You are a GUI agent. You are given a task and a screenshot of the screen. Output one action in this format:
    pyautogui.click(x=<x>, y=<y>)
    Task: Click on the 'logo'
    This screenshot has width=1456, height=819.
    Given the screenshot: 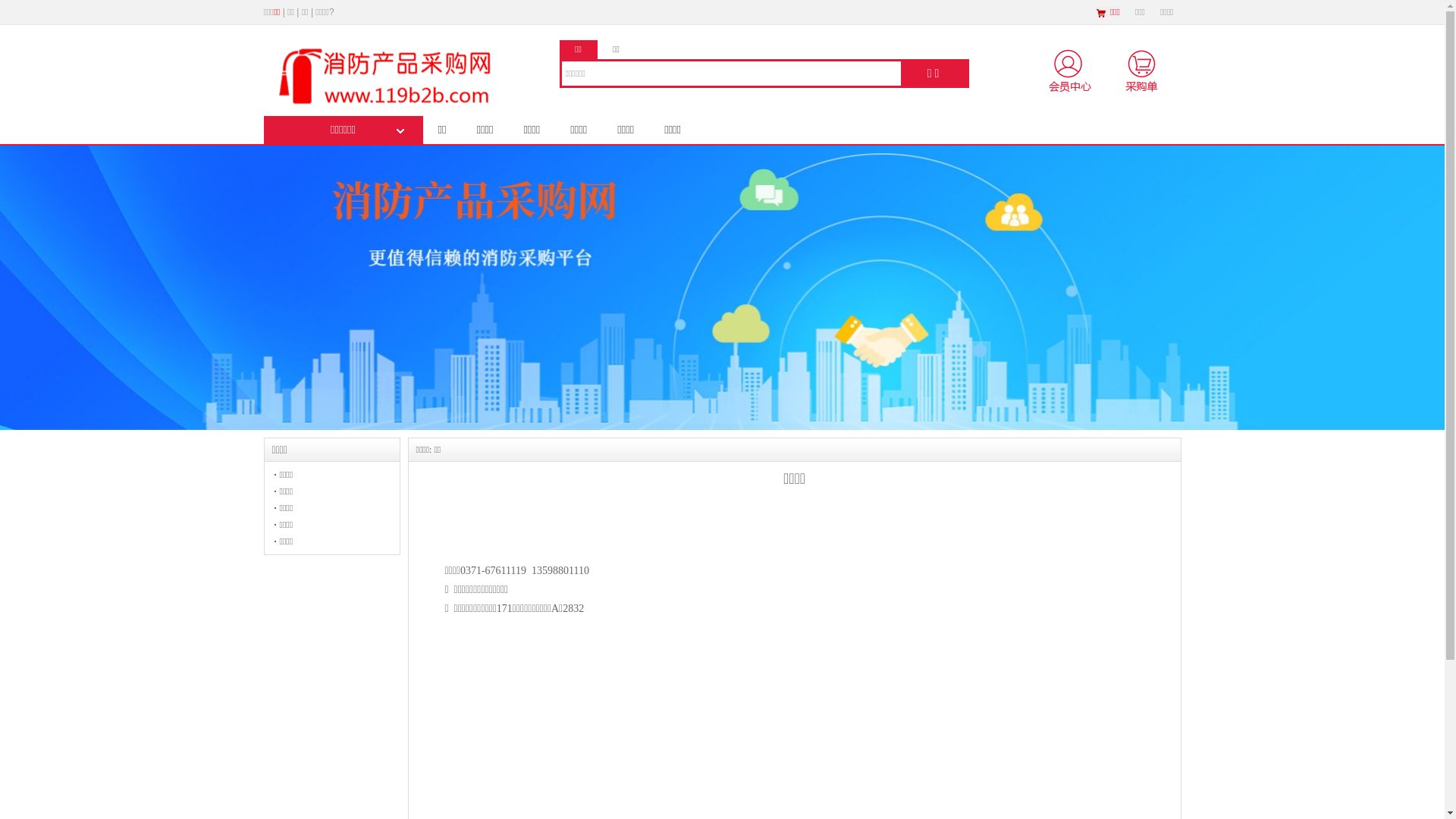 What is the action you would take?
    pyautogui.click(x=397, y=76)
    